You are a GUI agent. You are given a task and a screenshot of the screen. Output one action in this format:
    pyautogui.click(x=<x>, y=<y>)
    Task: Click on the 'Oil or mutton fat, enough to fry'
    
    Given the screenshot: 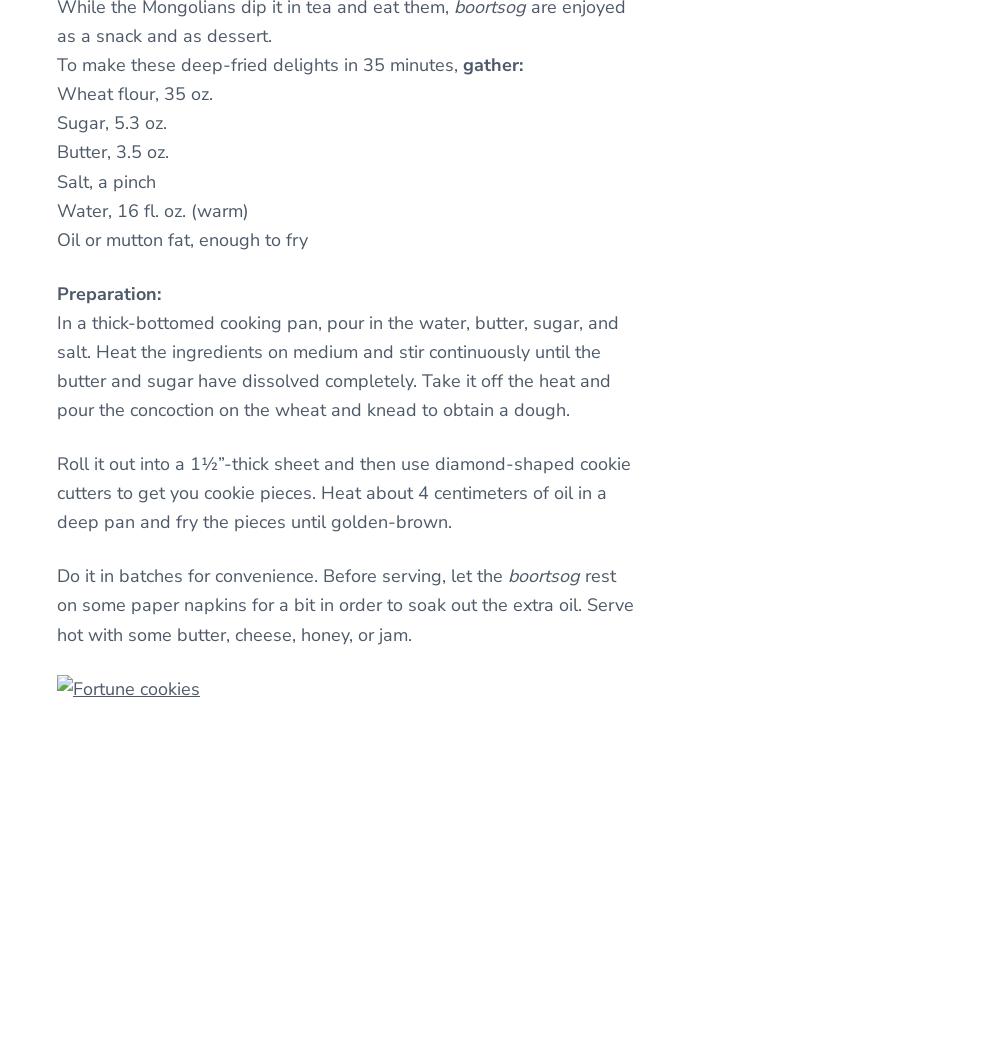 What is the action you would take?
    pyautogui.click(x=182, y=238)
    